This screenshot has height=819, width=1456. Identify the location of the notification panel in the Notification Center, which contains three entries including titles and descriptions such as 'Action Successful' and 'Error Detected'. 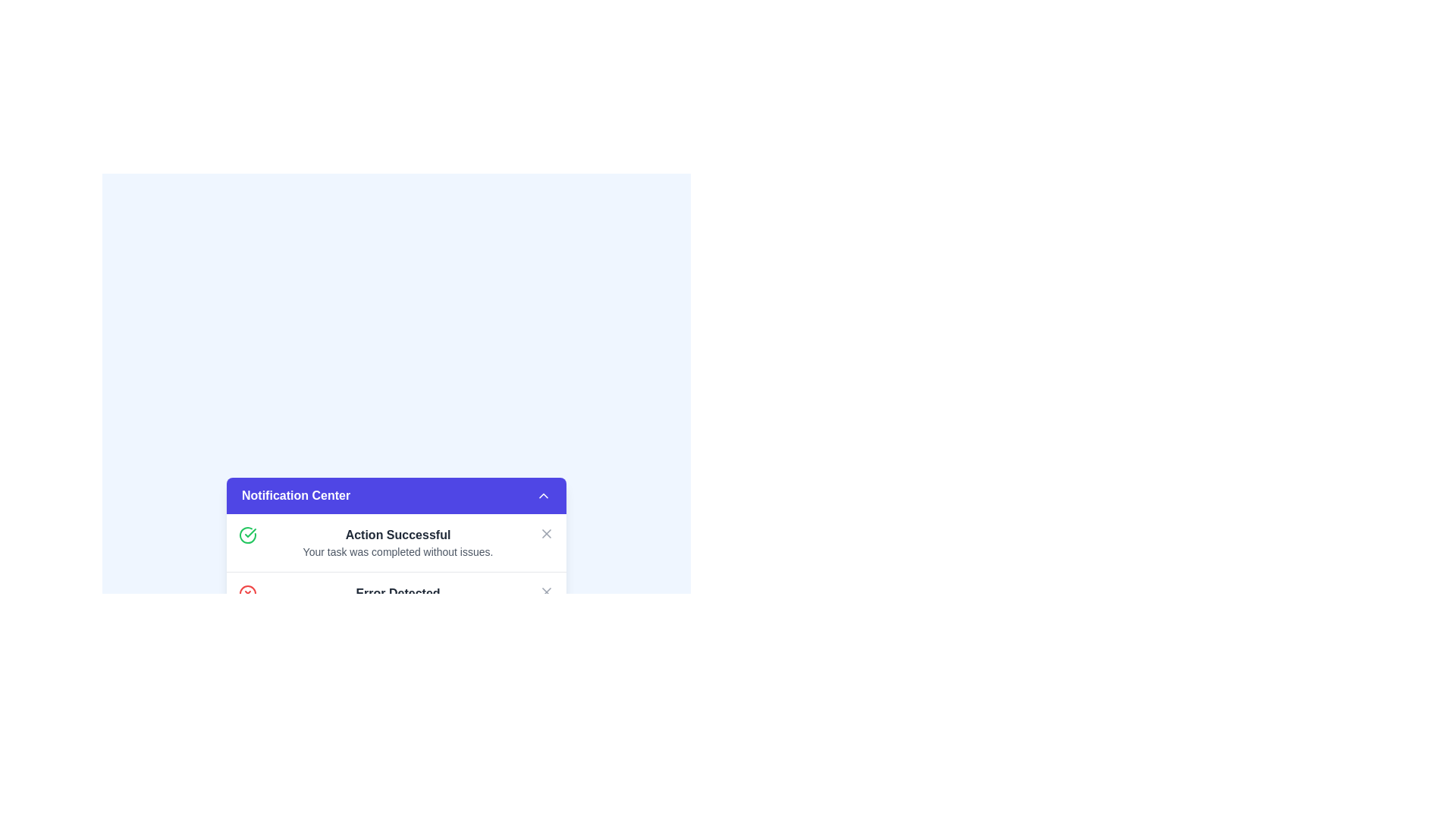
(397, 601).